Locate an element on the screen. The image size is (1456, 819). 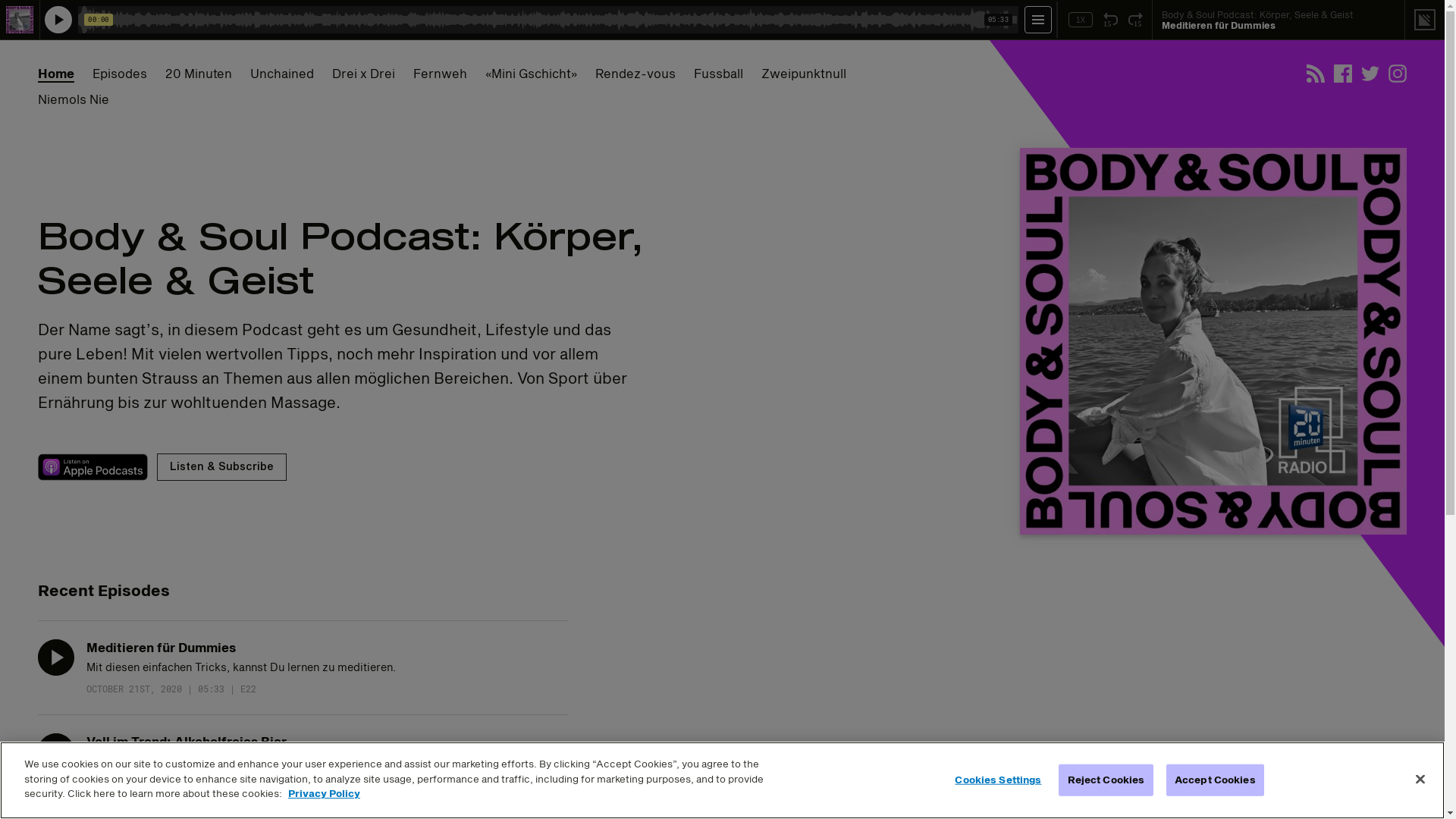
'Fernweh' is located at coordinates (439, 73).